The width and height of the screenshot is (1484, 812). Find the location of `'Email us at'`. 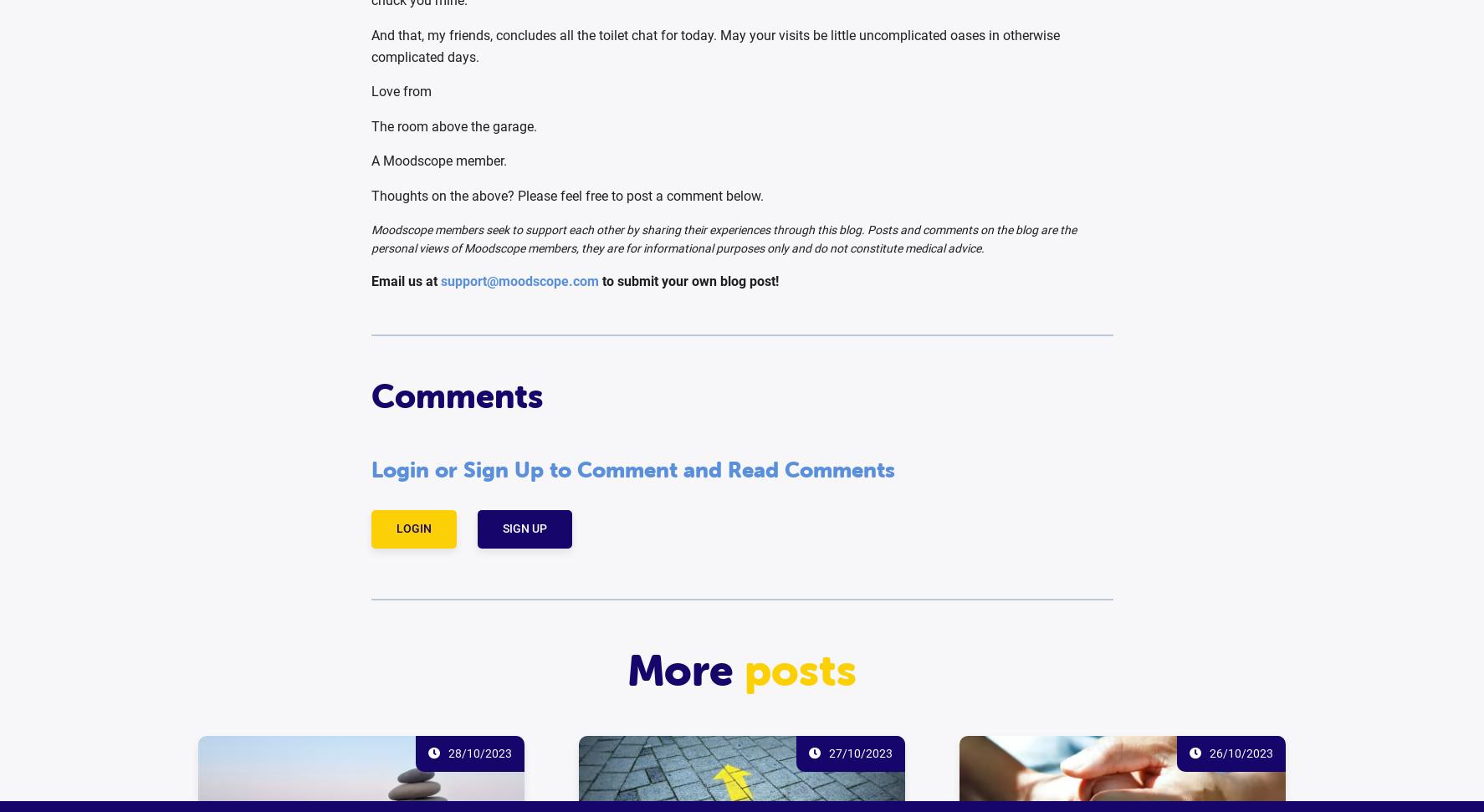

'Email us at' is located at coordinates (405, 281).